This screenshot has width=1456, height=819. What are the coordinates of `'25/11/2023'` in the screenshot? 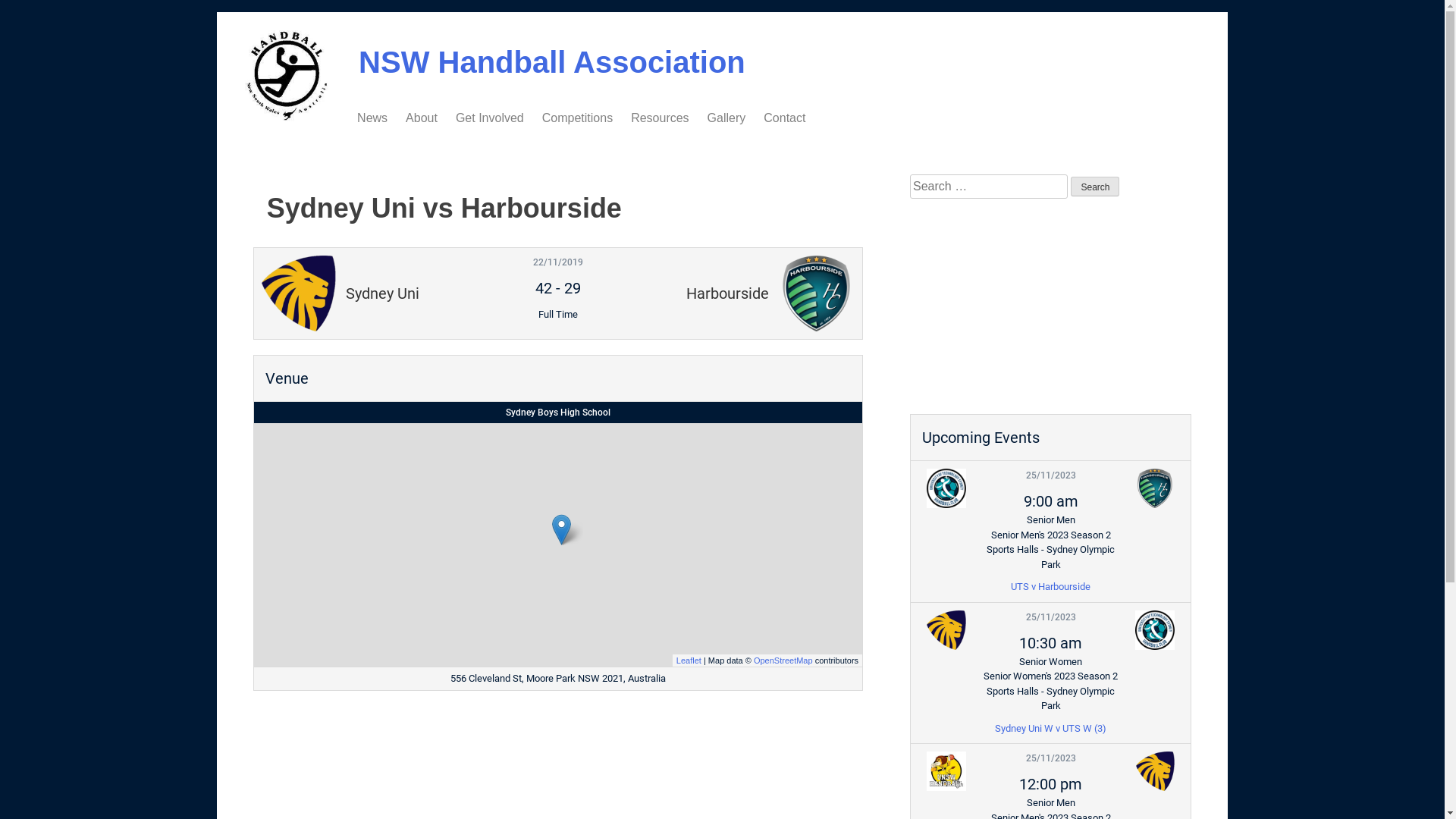 It's located at (1050, 475).